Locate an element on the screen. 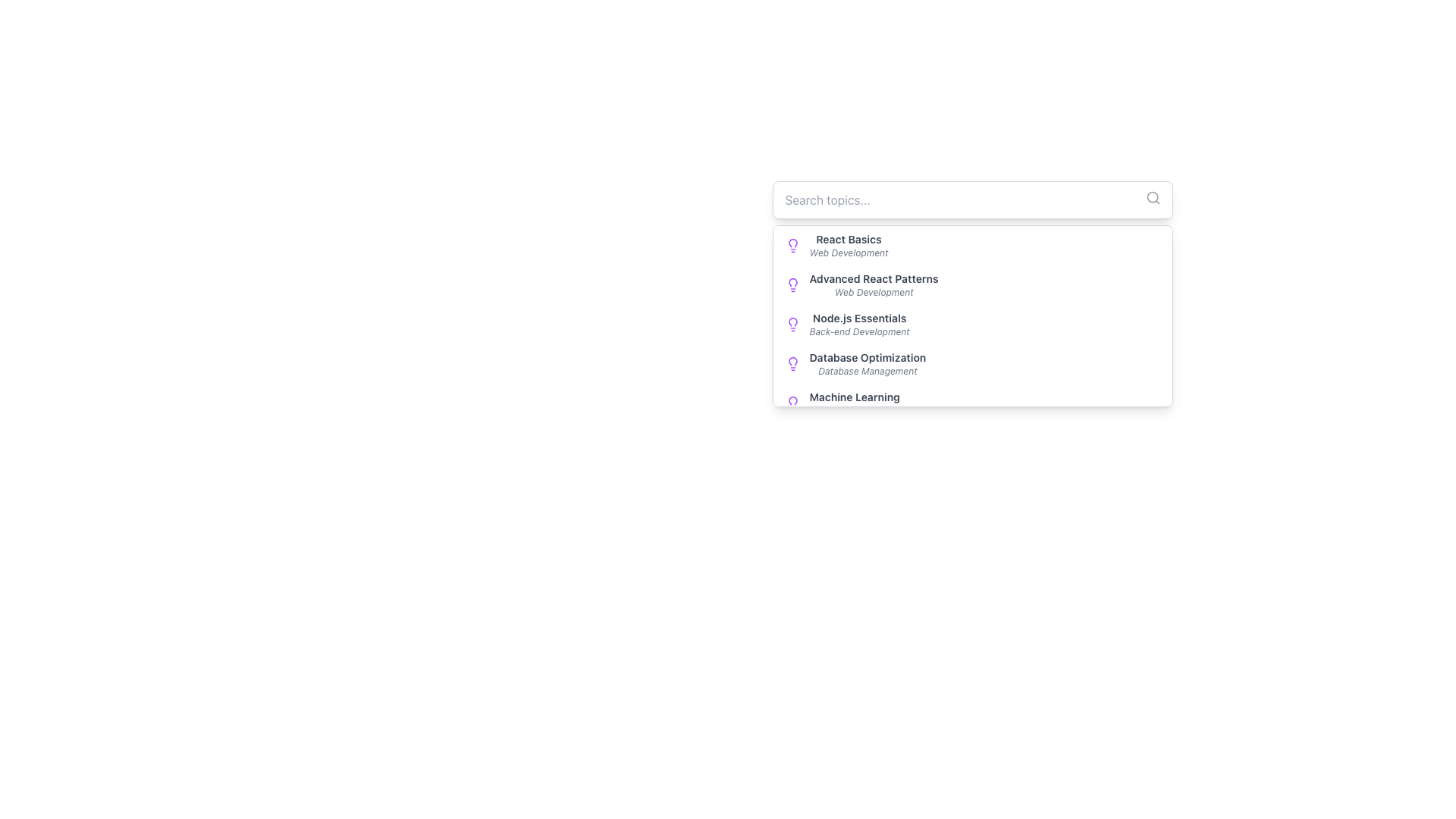  the text label 'Node.js Essentials' is located at coordinates (859, 318).